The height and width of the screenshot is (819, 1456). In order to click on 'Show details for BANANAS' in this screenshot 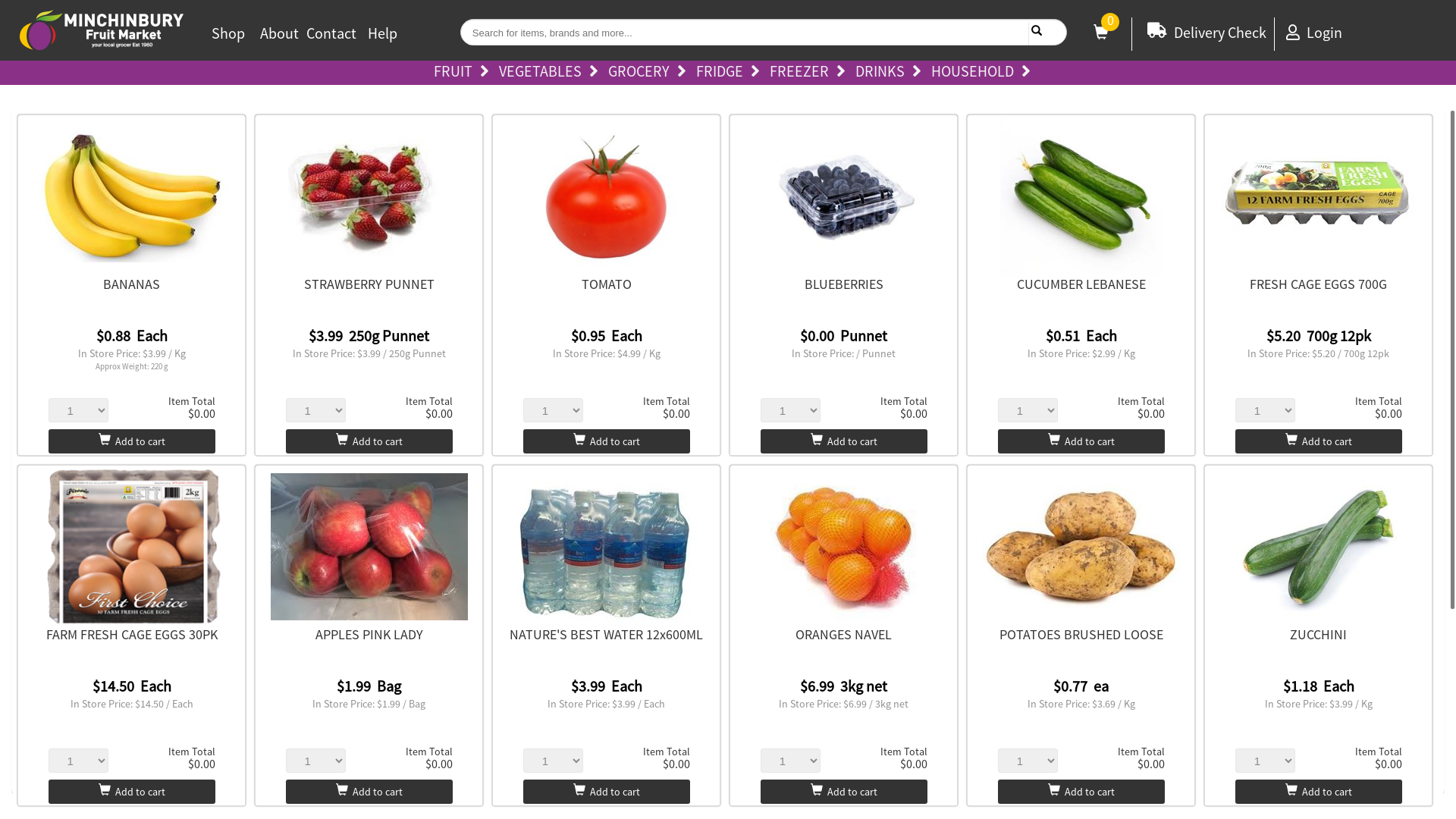, I will do `click(131, 195)`.